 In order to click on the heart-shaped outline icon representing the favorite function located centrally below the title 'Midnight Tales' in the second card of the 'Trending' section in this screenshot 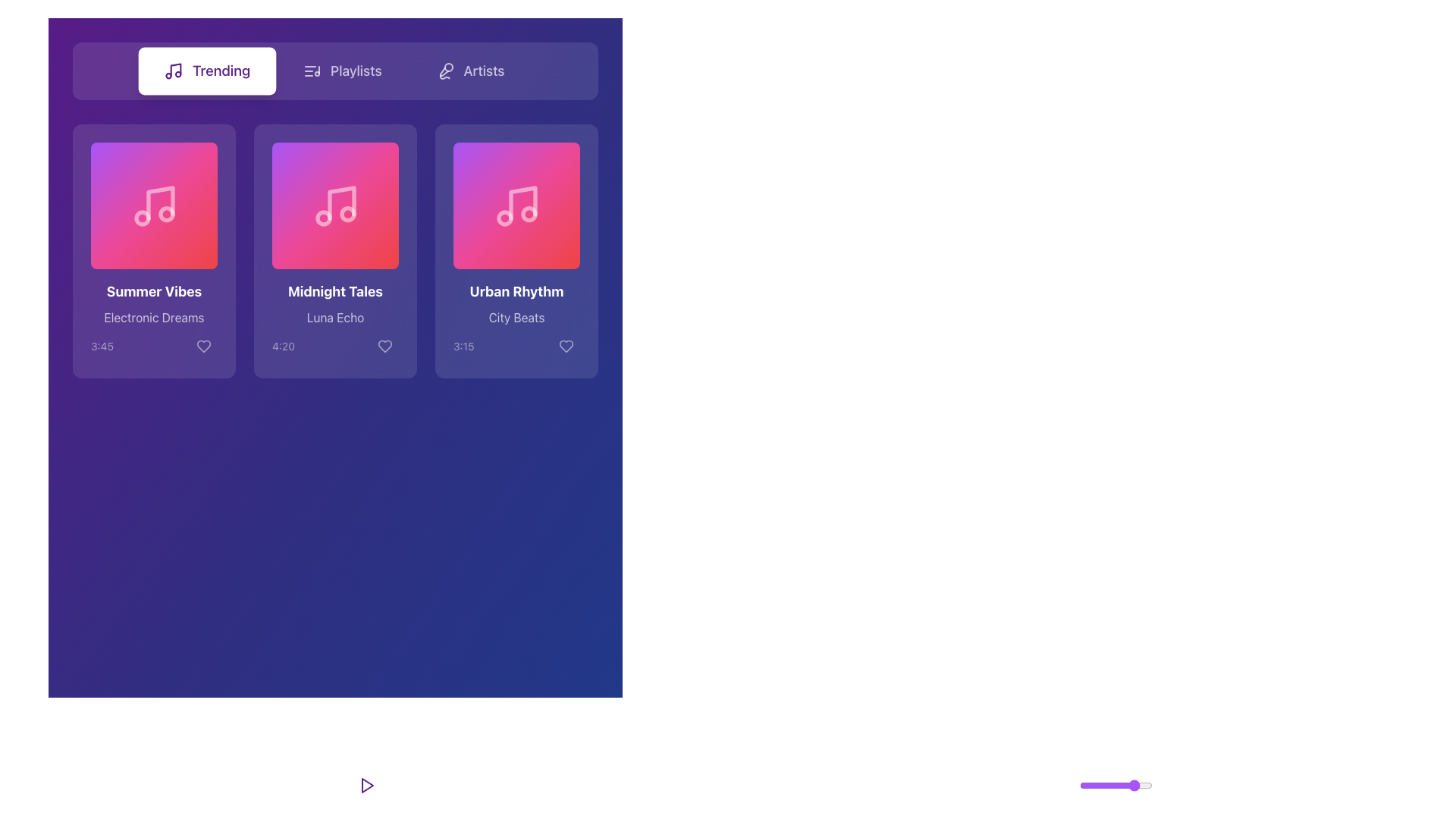, I will do `click(385, 346)`.